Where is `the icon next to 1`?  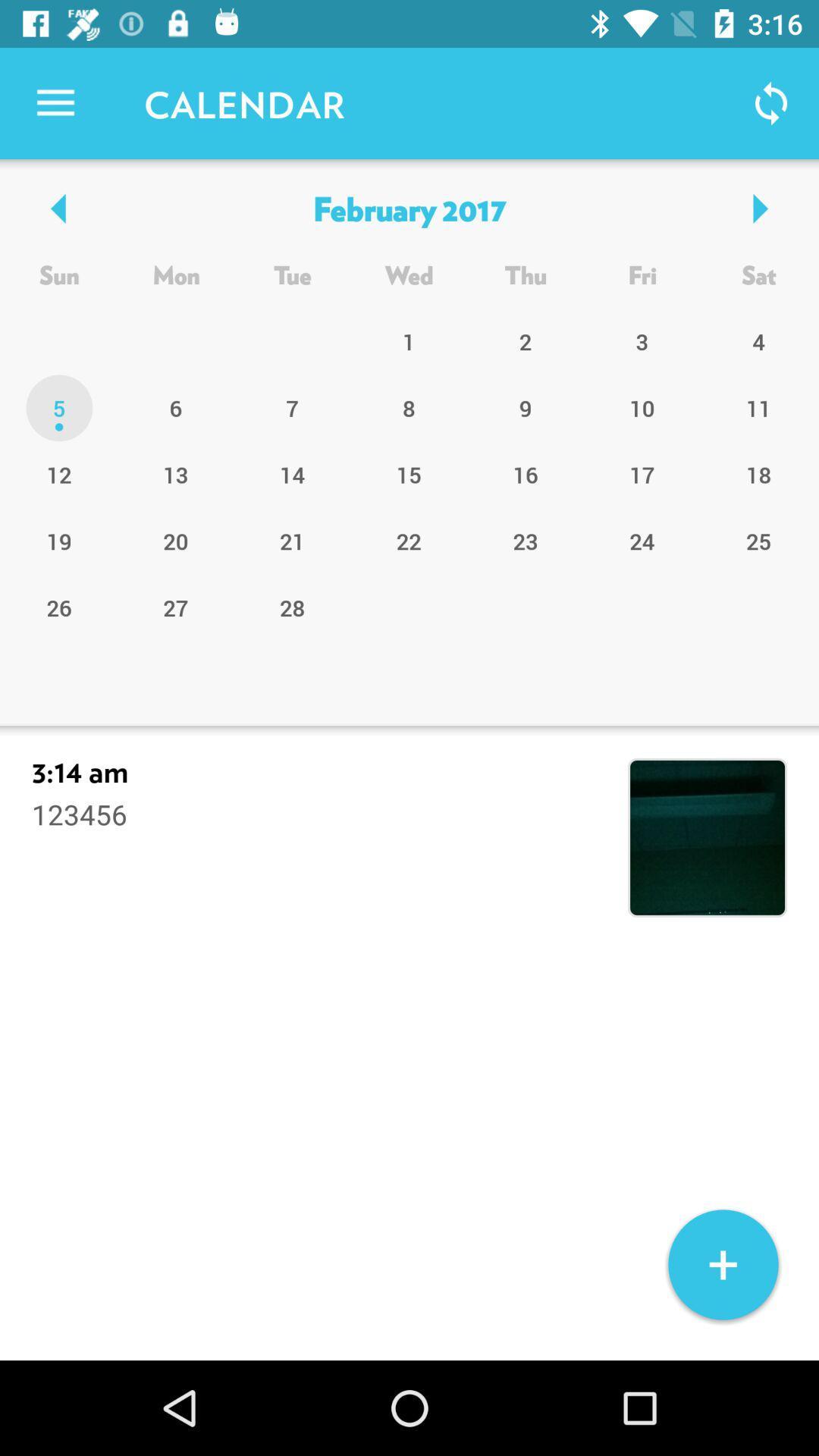 the icon next to 1 is located at coordinates (525, 408).